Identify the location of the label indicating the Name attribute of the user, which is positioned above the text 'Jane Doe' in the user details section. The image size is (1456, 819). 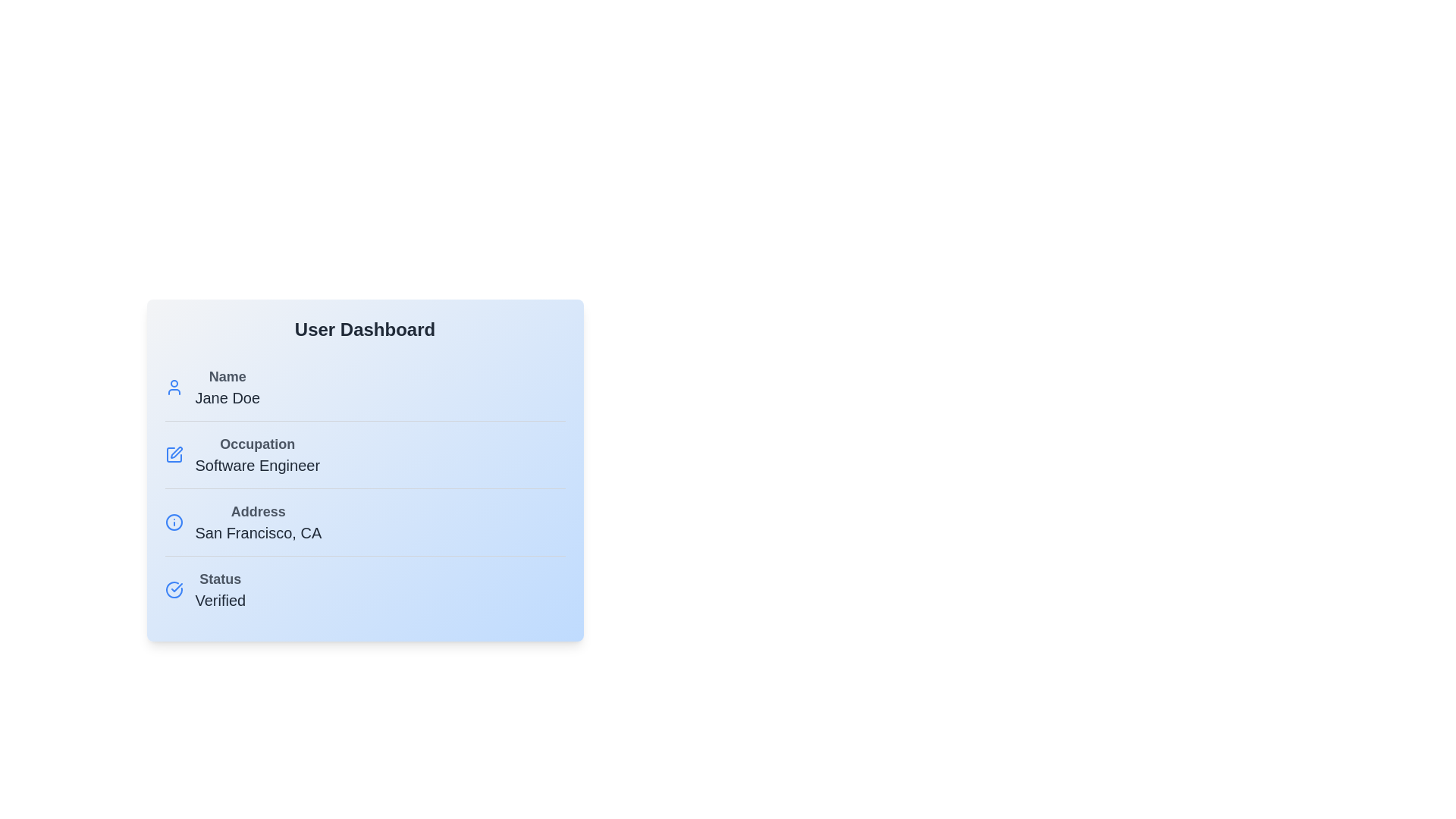
(227, 376).